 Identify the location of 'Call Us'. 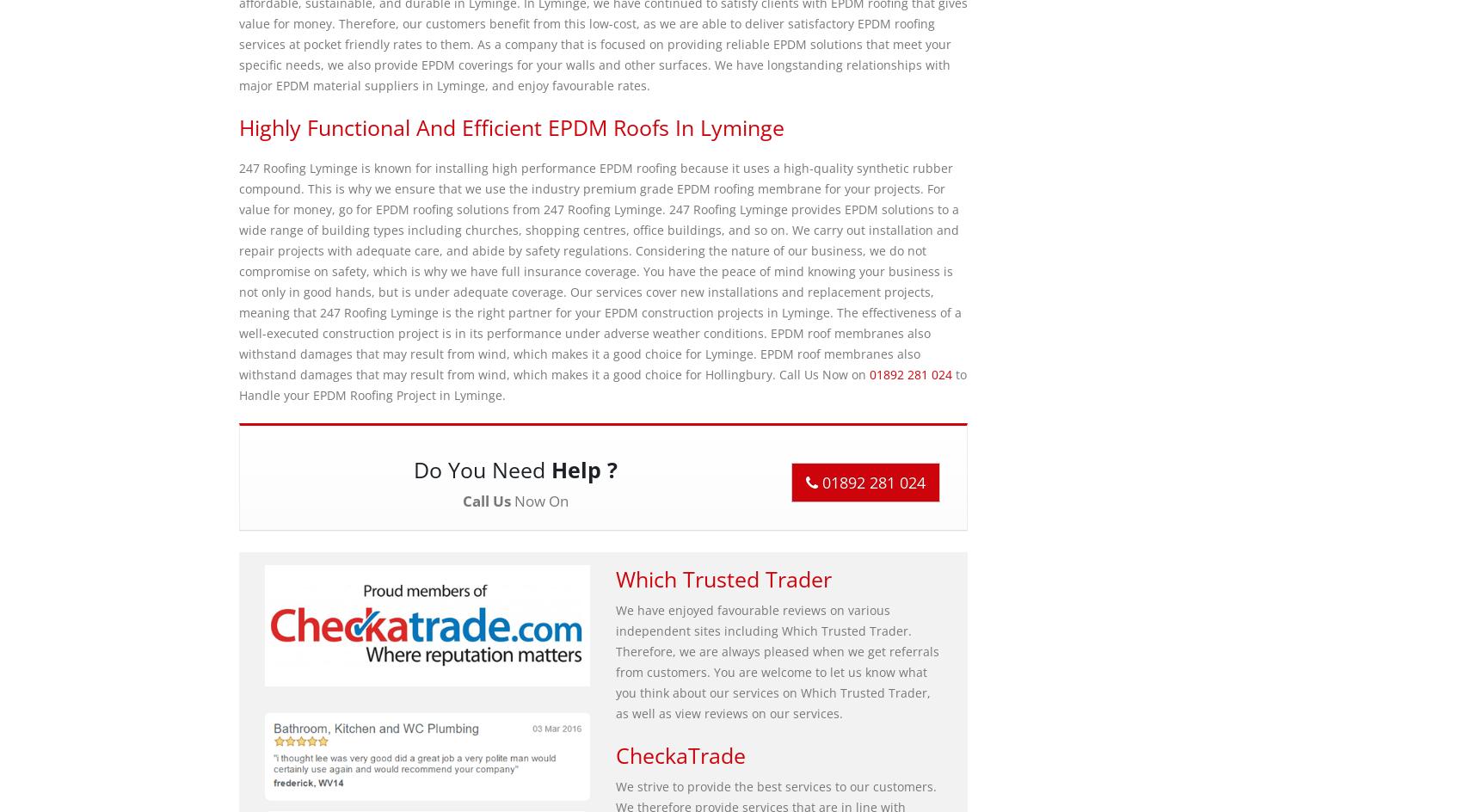
(486, 500).